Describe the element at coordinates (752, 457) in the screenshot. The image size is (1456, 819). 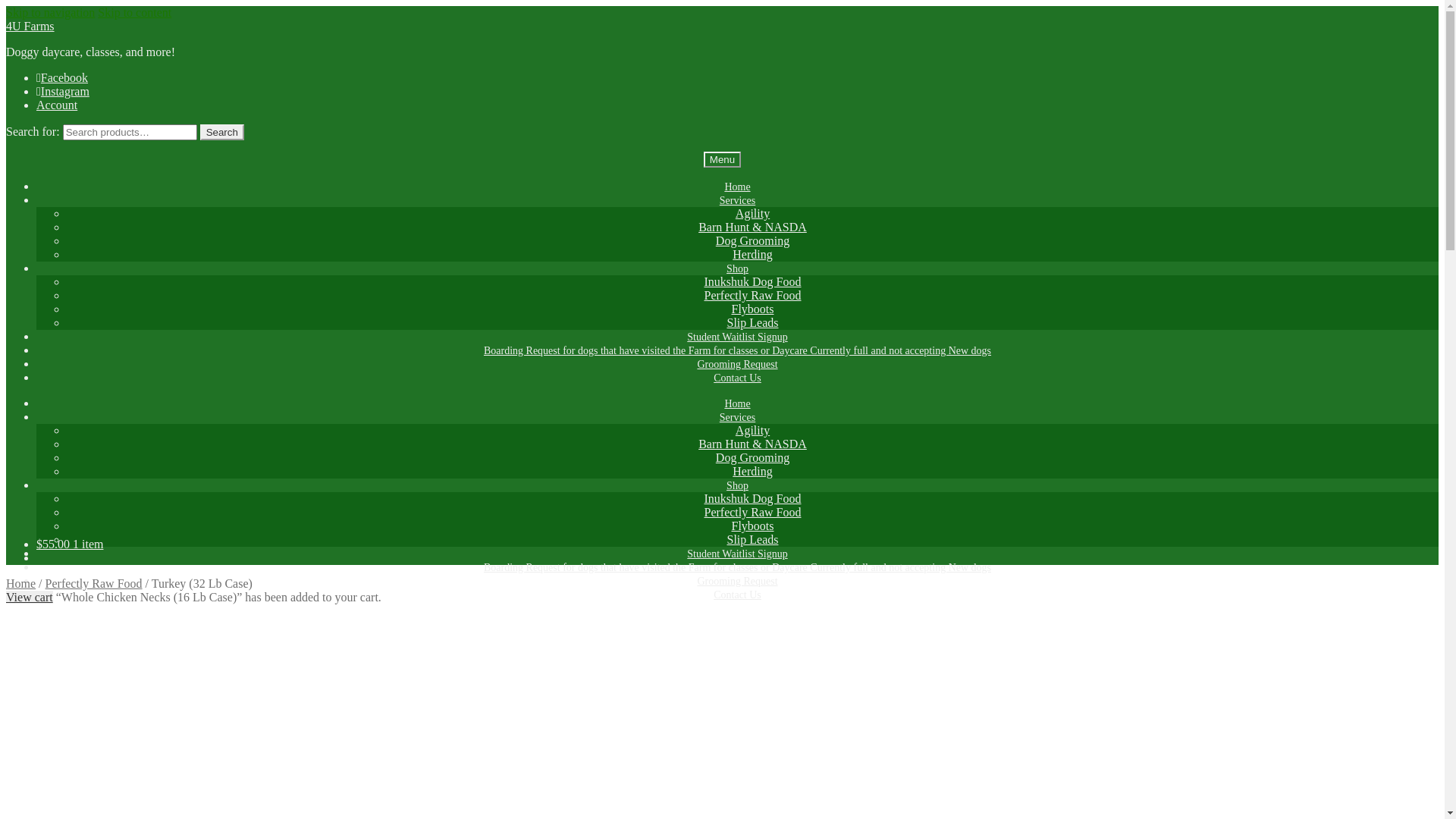
I see `'Dog Grooming'` at that location.